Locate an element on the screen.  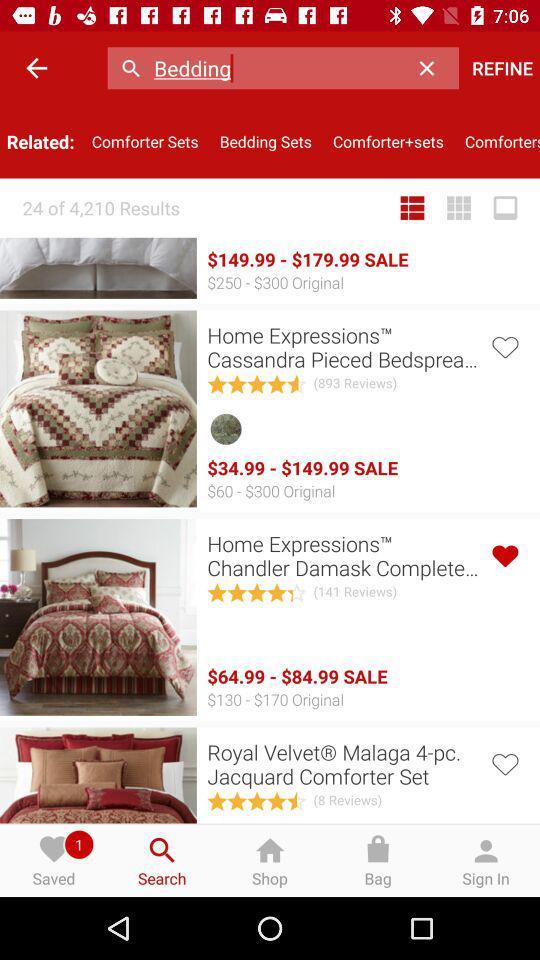
icon next to comforter sets icon is located at coordinates (265, 140).